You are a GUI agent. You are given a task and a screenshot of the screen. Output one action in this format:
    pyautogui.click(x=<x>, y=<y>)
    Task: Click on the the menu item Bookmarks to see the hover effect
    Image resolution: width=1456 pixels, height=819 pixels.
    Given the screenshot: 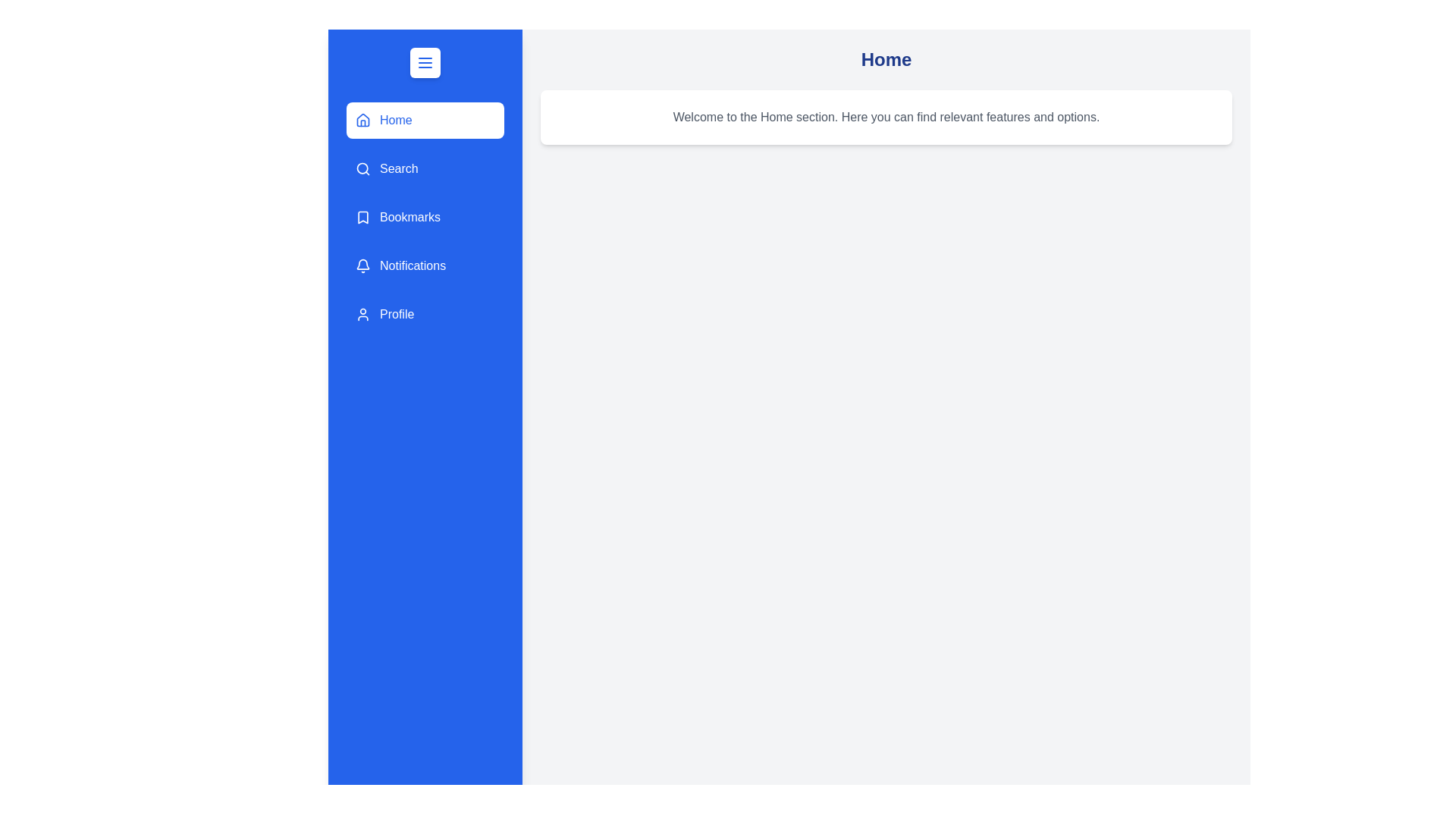 What is the action you would take?
    pyautogui.click(x=425, y=217)
    